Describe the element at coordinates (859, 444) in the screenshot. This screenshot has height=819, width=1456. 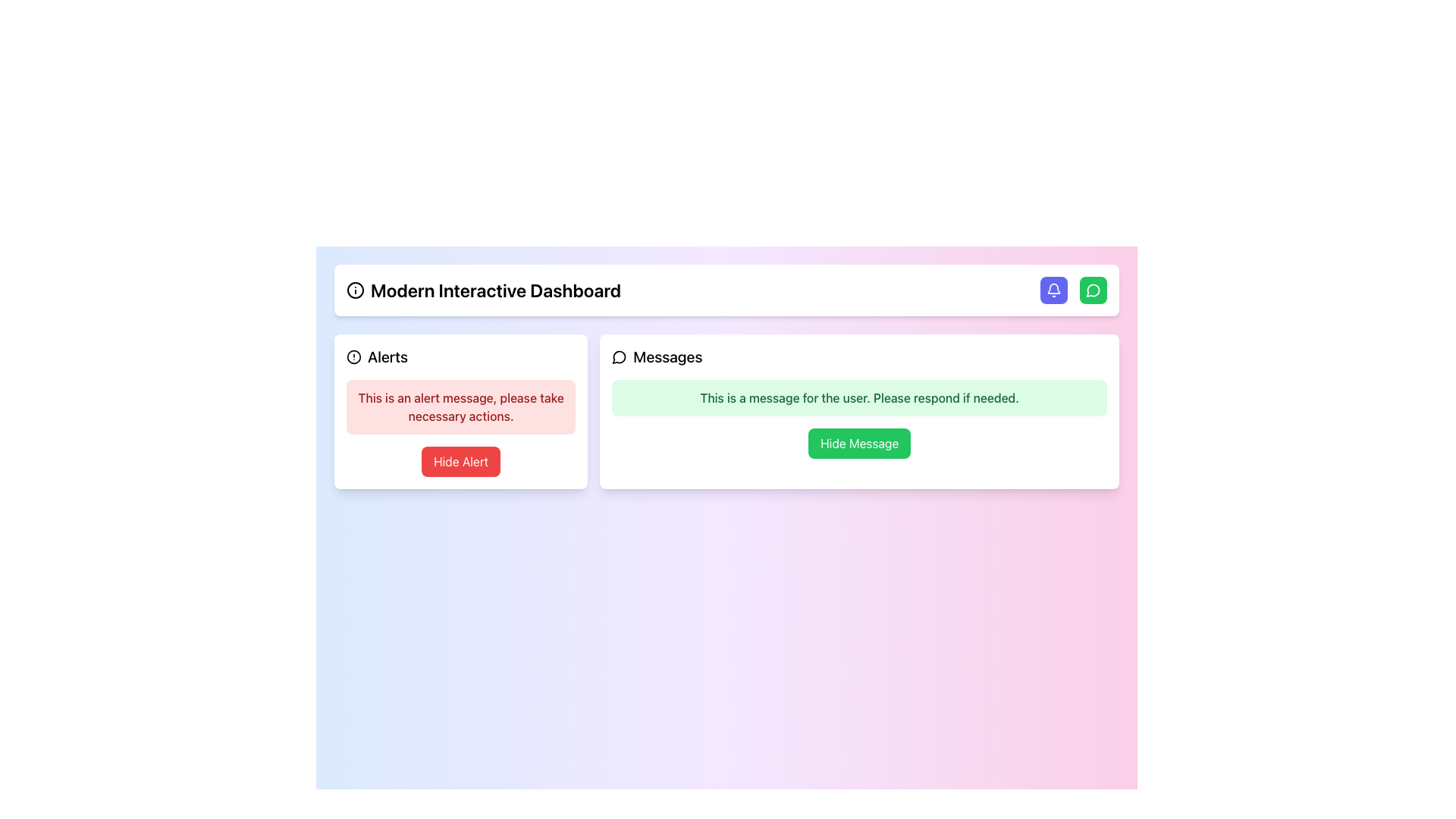
I see `the green button labeled 'Hide Message' located under the 'Messages' section to observe the hover effect` at that location.